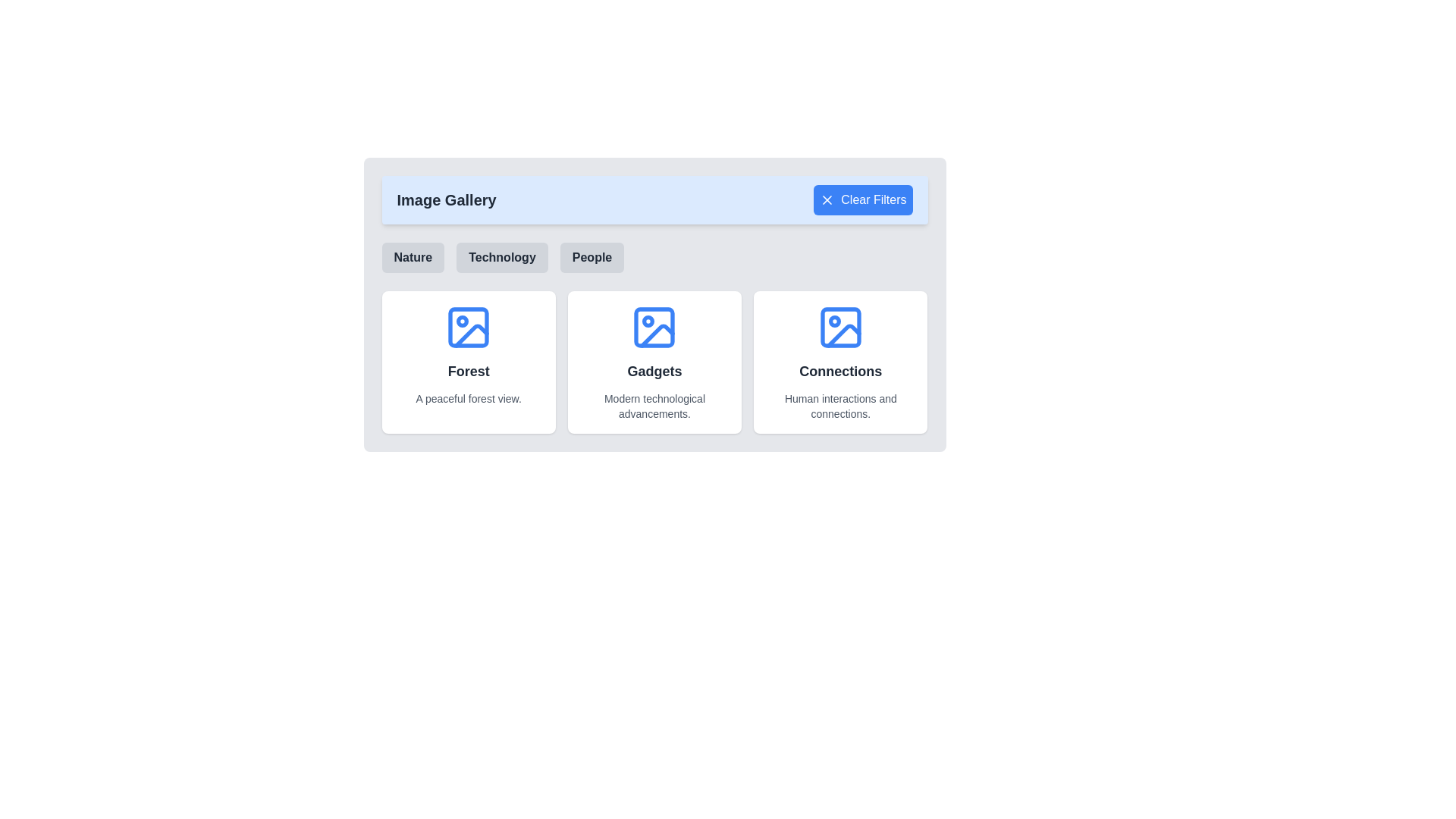 The width and height of the screenshot is (1456, 819). Describe the element at coordinates (462, 321) in the screenshot. I see `the small SVG circle element with a radius of 2 units, located in the top-left corner of the 'Forest' card, which is part of a broader image icon` at that location.